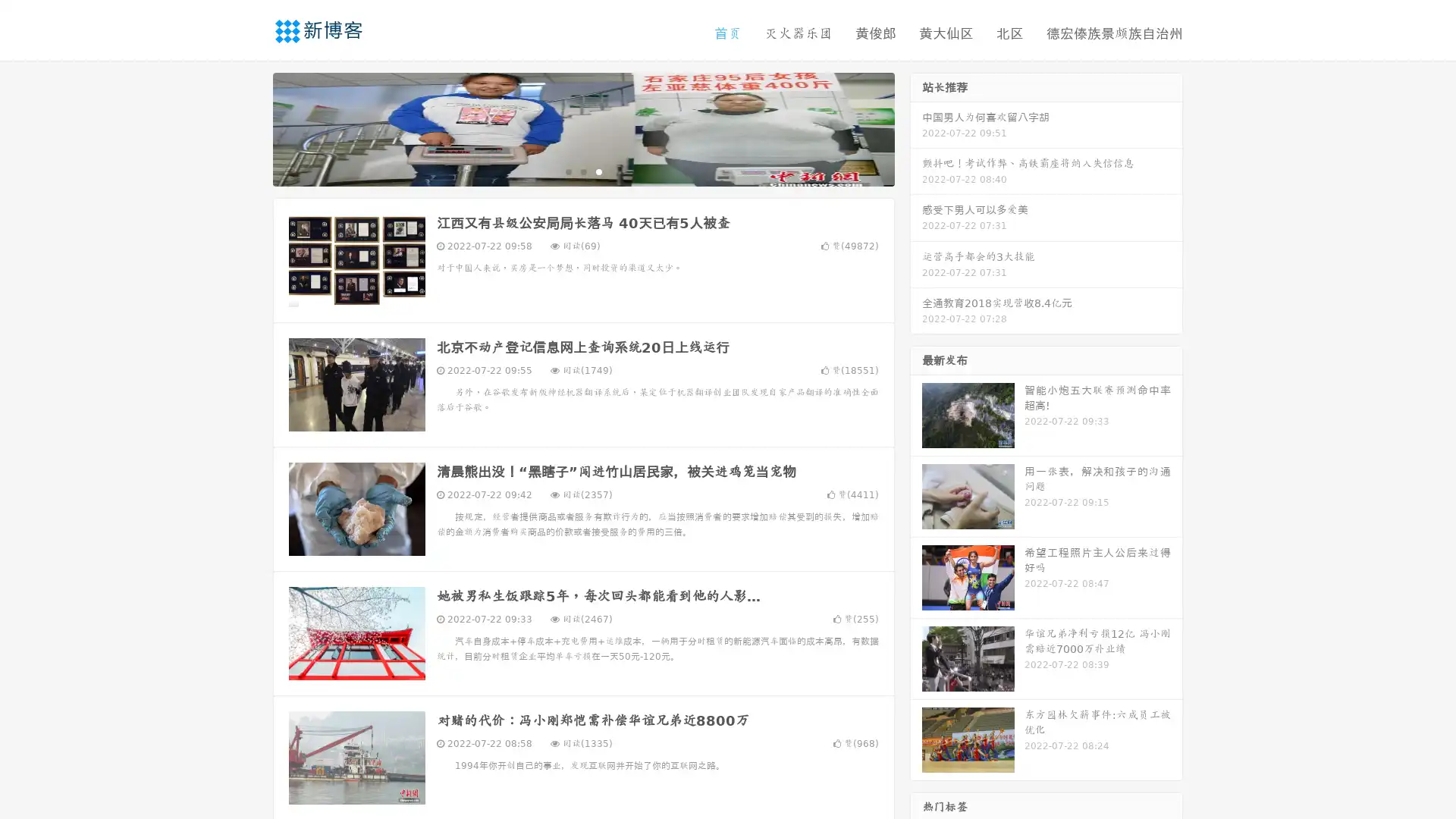 Image resolution: width=1456 pixels, height=819 pixels. I want to click on Next slide, so click(916, 127).